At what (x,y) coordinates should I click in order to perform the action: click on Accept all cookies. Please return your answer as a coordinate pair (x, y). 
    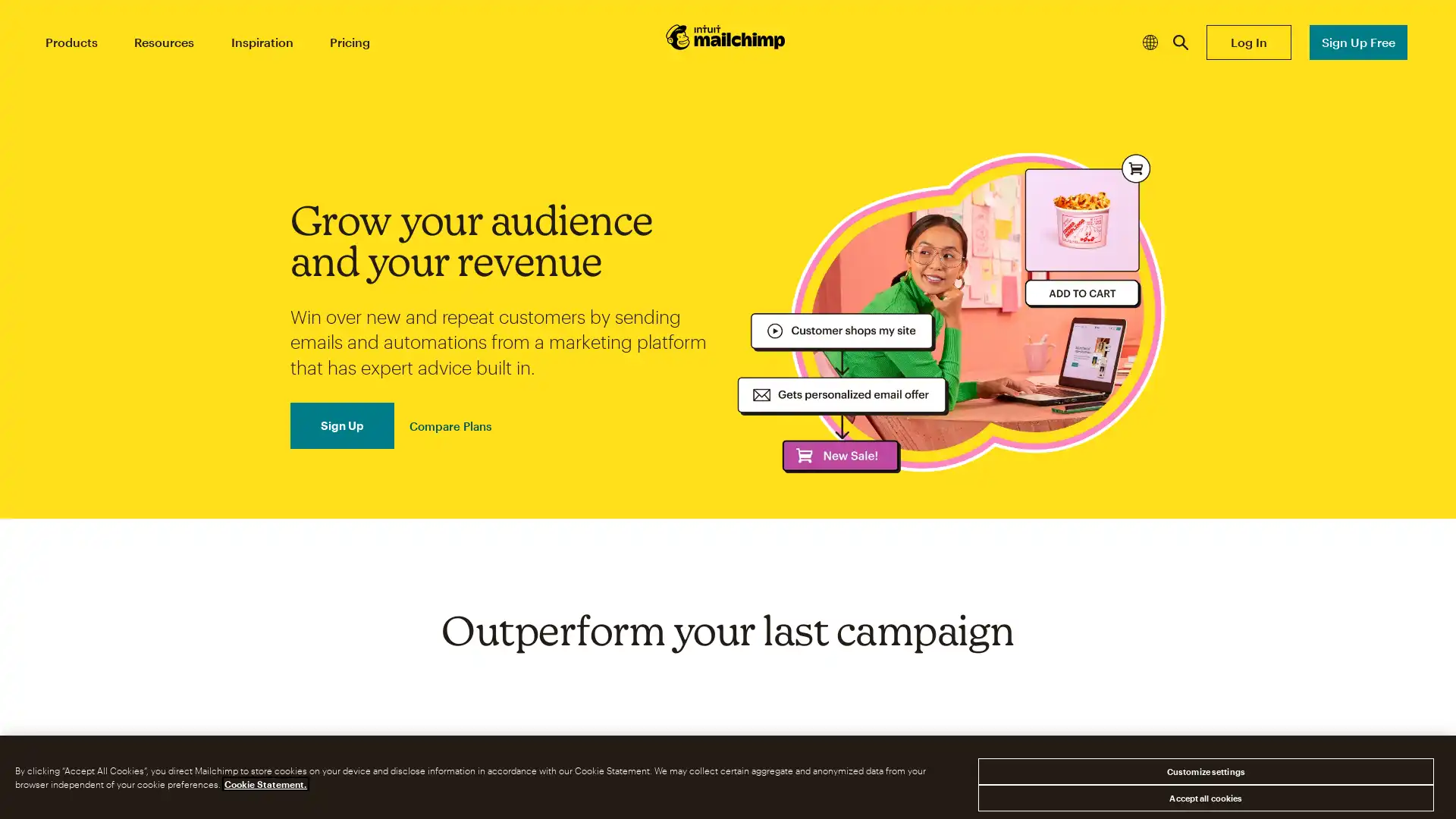
    Looking at the image, I should click on (1204, 797).